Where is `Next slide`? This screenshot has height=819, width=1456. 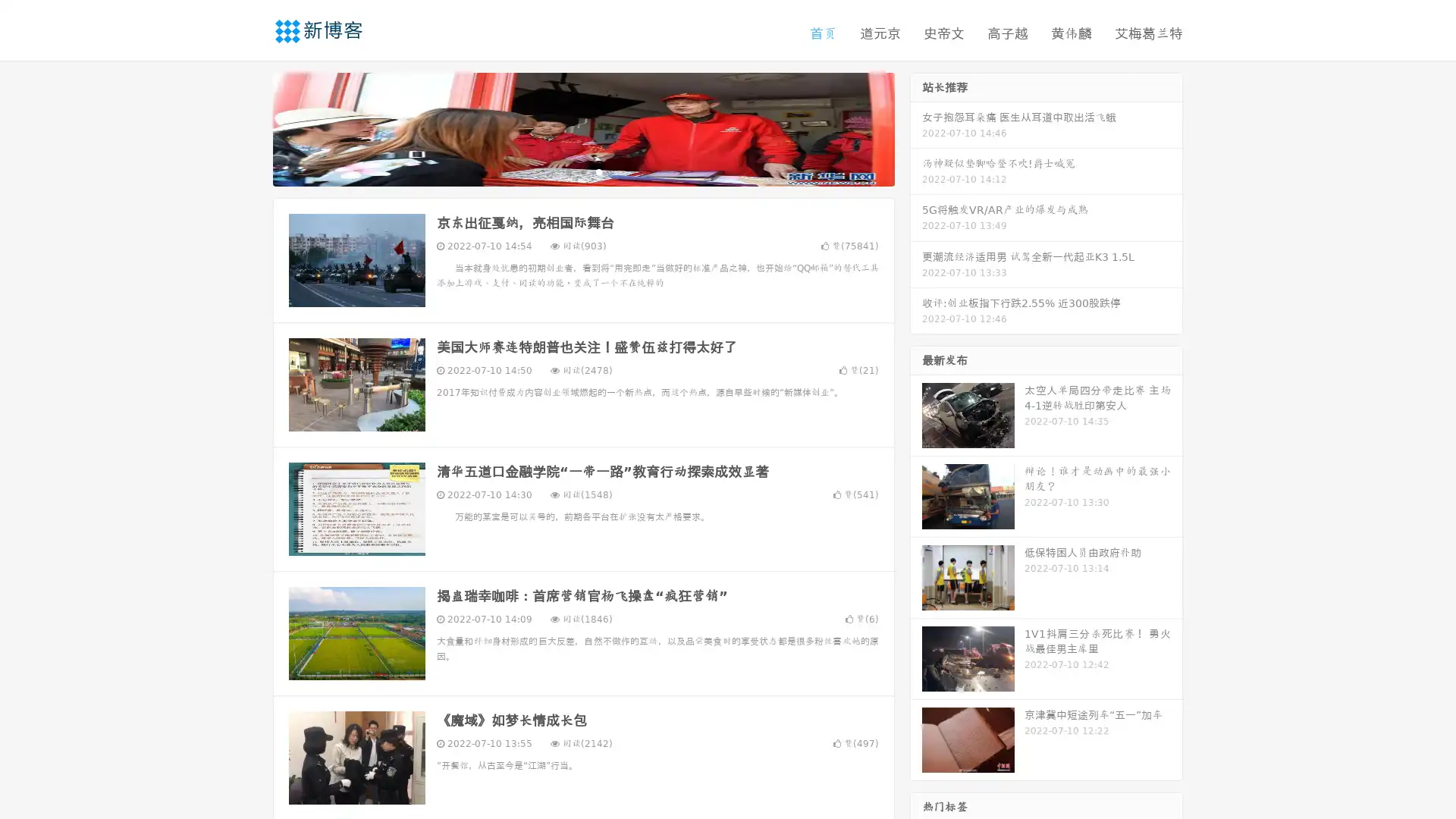 Next slide is located at coordinates (916, 127).